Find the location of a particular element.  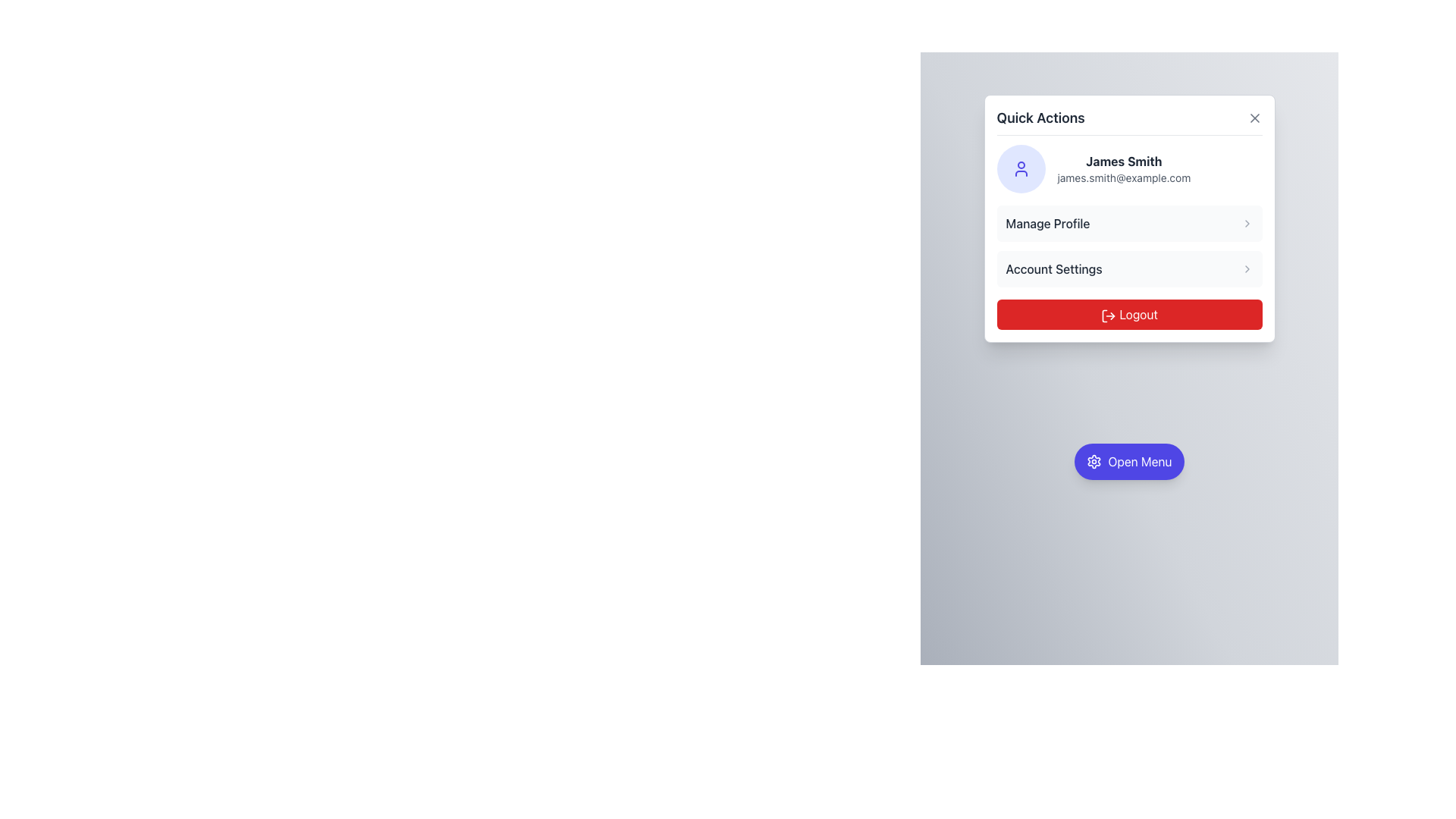

the close button located at the top-right corner of the 'Quick Actions' panel is located at coordinates (1254, 117).